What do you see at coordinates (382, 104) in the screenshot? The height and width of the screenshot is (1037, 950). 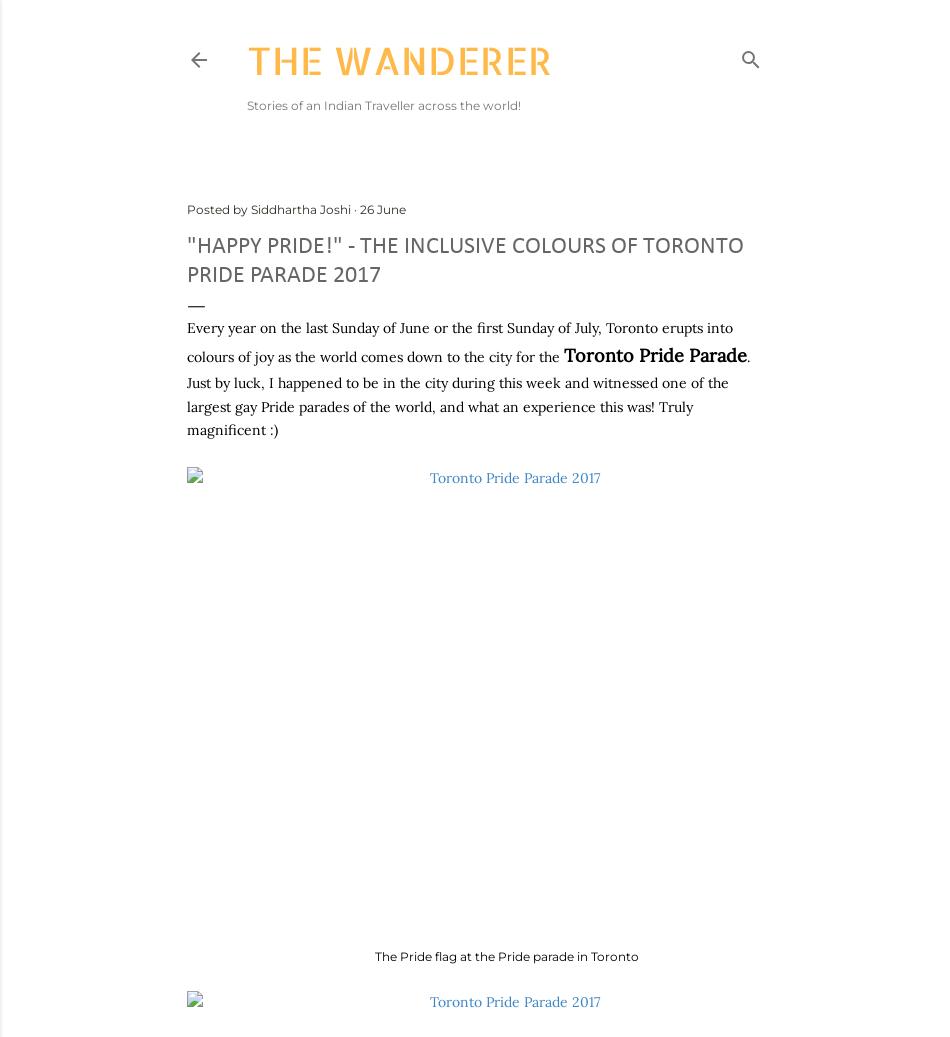 I see `'Stories of an Indian Traveller across the world!'` at bounding box center [382, 104].